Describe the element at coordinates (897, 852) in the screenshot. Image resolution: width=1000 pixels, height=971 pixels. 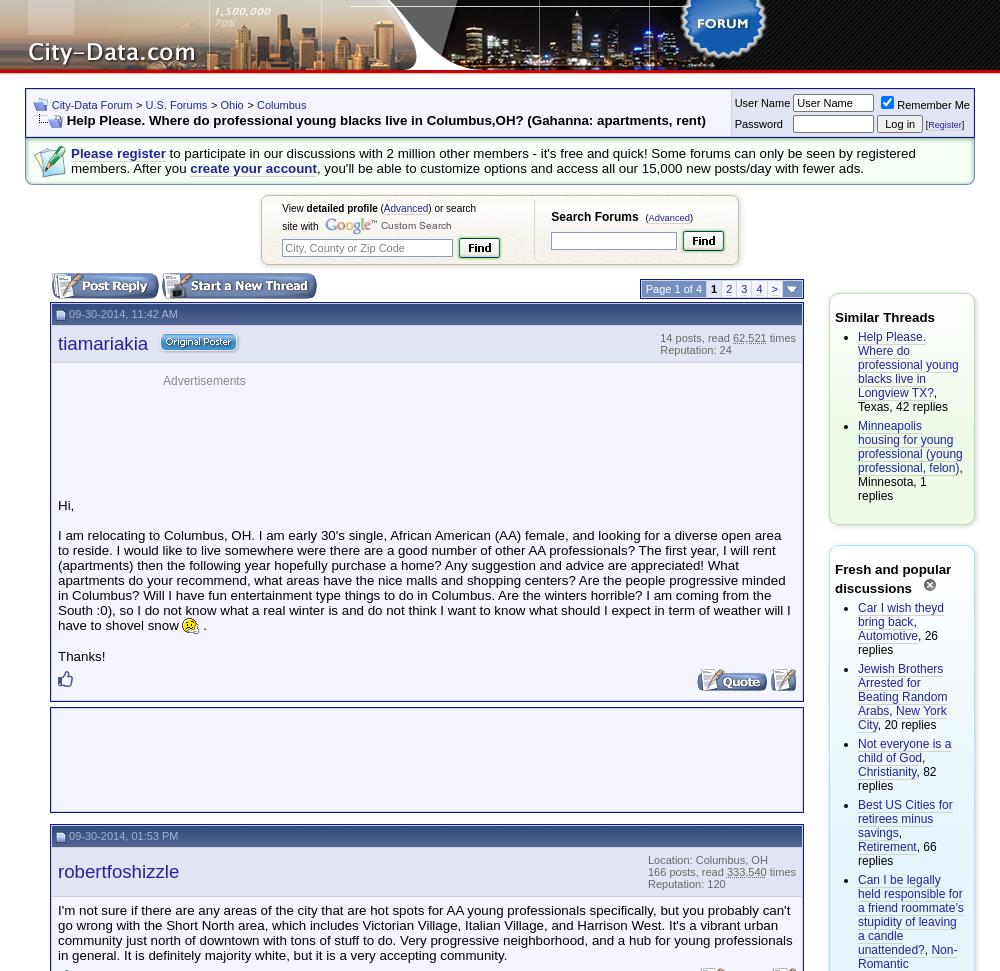
I see `', 66 replies'` at that location.